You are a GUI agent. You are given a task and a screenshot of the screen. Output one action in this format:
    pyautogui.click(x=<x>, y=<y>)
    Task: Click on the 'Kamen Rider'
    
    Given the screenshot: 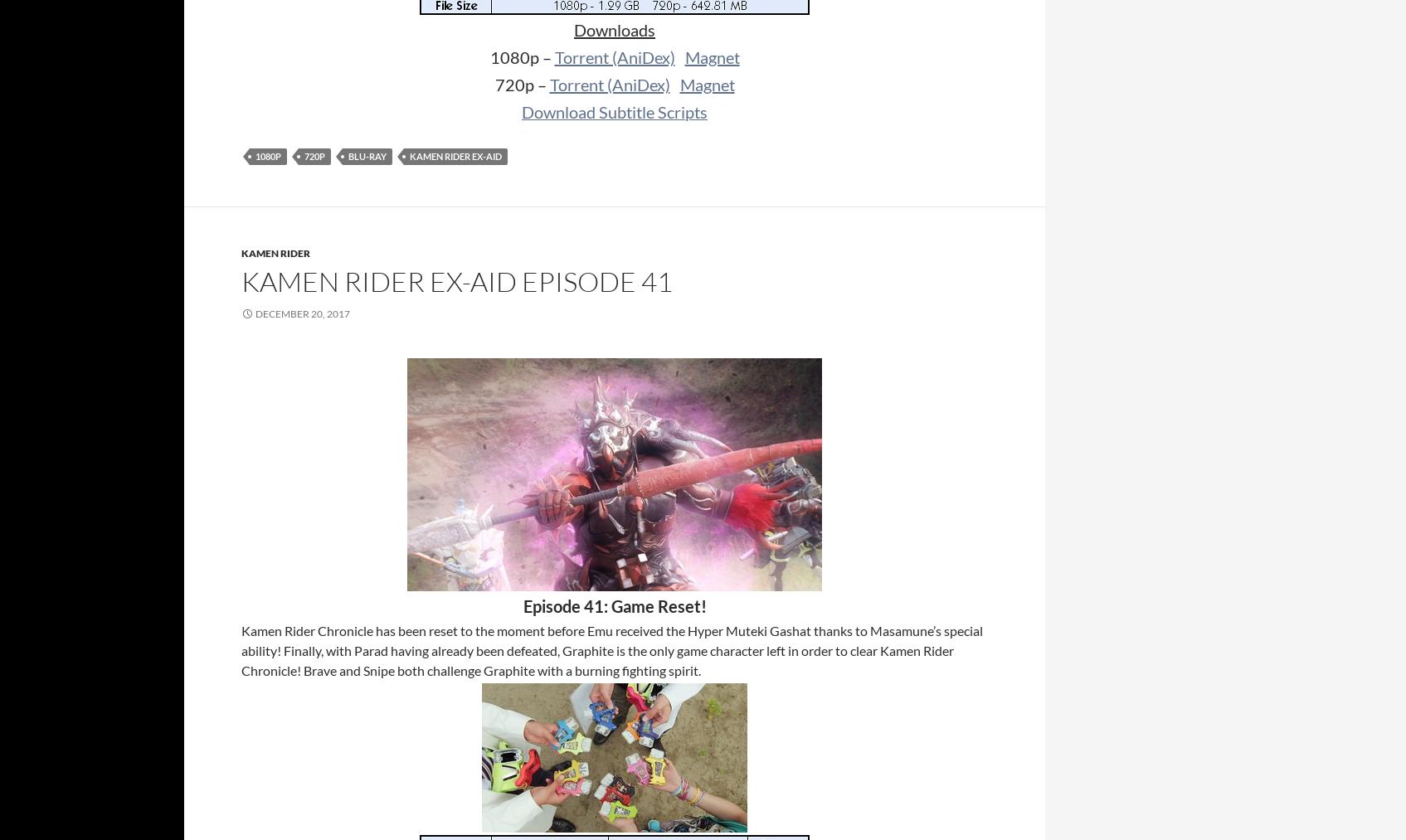 What is the action you would take?
    pyautogui.click(x=241, y=253)
    